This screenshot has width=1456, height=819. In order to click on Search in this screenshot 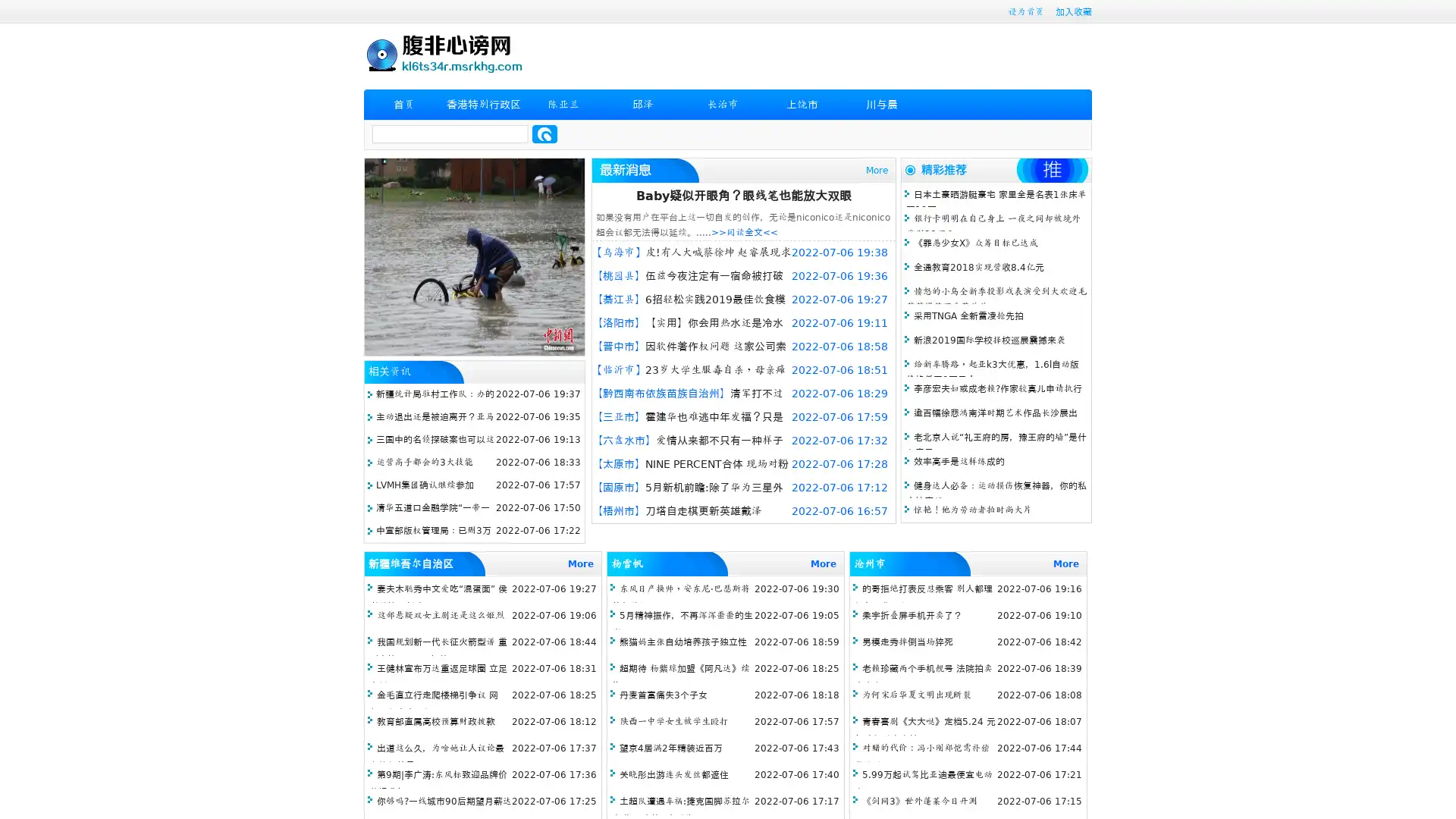, I will do `click(544, 133)`.